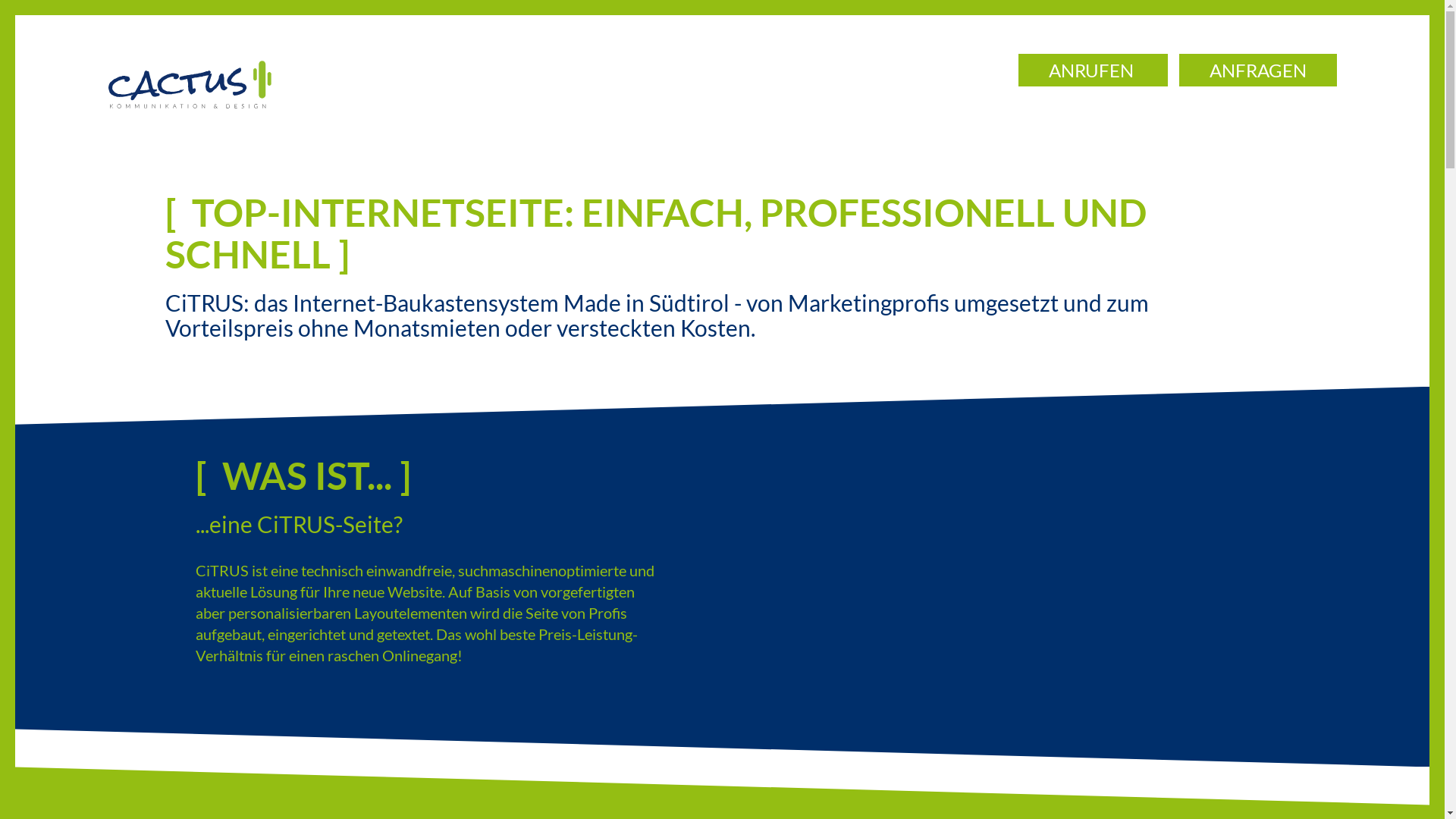  What do you see at coordinates (1092, 70) in the screenshot?
I see `'ANRUFEN'` at bounding box center [1092, 70].